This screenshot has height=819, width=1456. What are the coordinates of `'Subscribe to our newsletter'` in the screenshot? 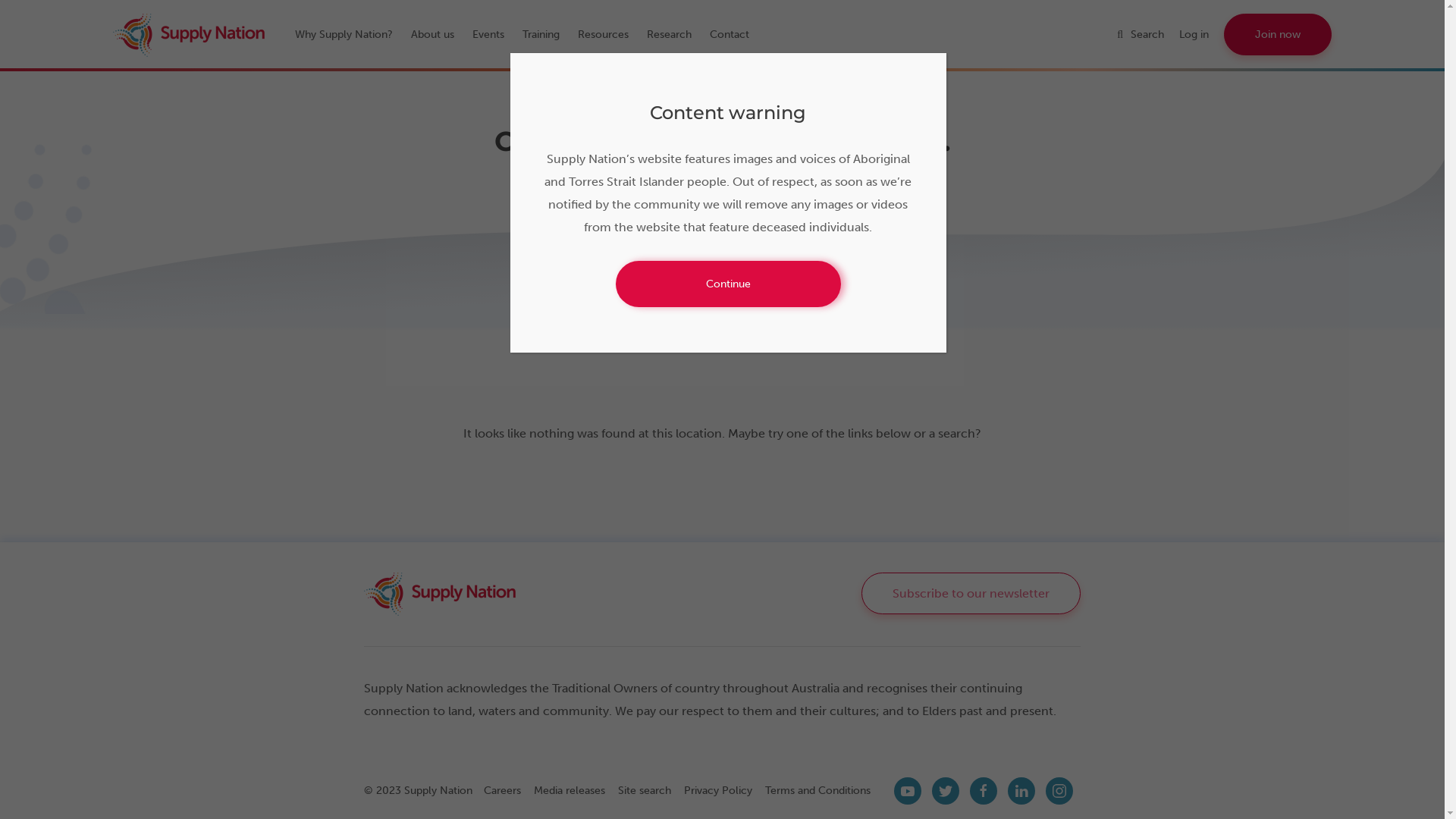 It's located at (971, 592).